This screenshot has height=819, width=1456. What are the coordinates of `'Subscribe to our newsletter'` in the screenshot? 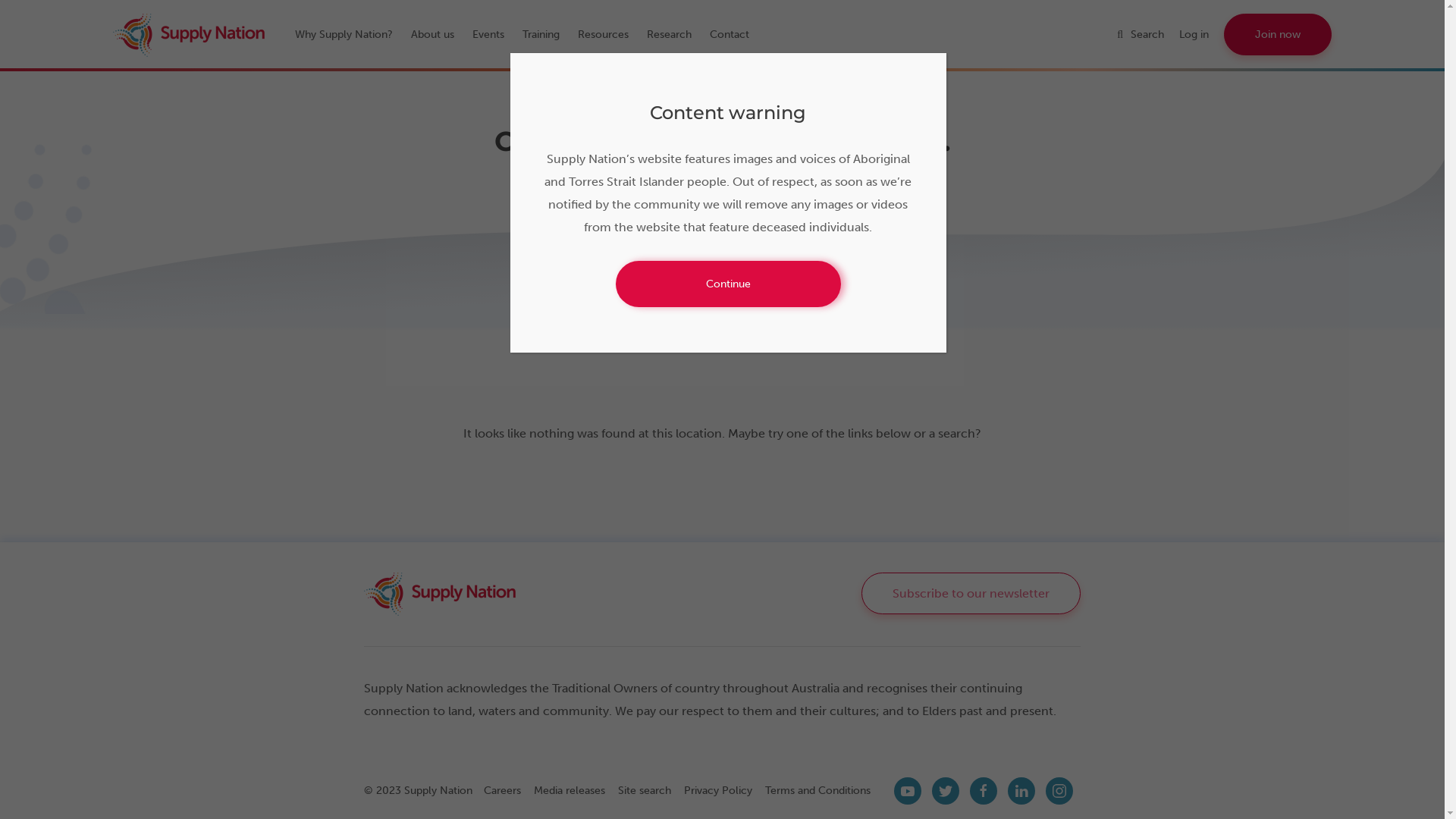 It's located at (971, 592).